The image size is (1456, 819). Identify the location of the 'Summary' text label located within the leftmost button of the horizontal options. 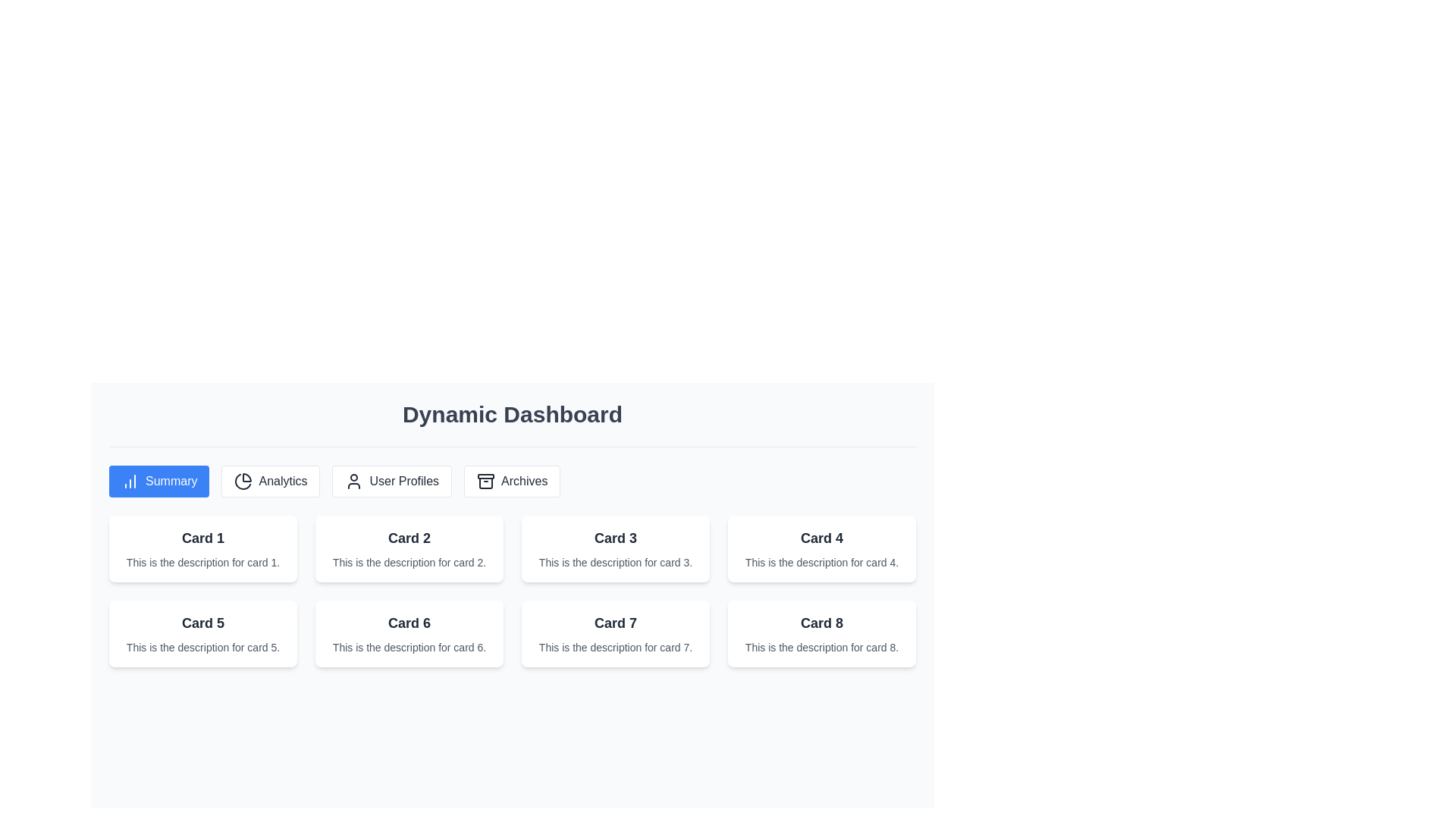
(159, 482).